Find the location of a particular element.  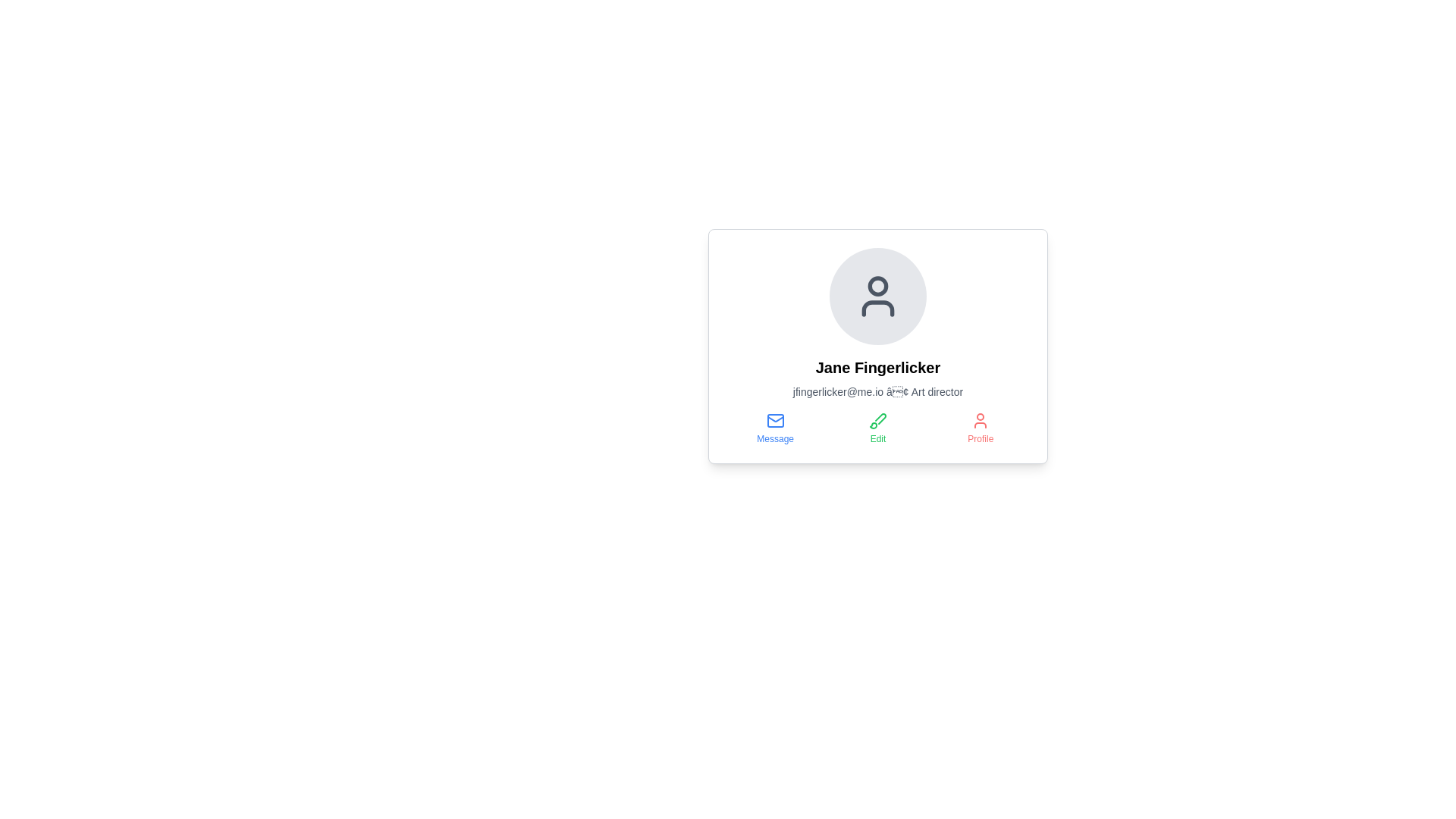

the text label that reads 'jfingerlicker@me.io • Art director', which is styled in light gray and located below the name 'Jane Fingerlicker' in the user profile card is located at coordinates (877, 391).